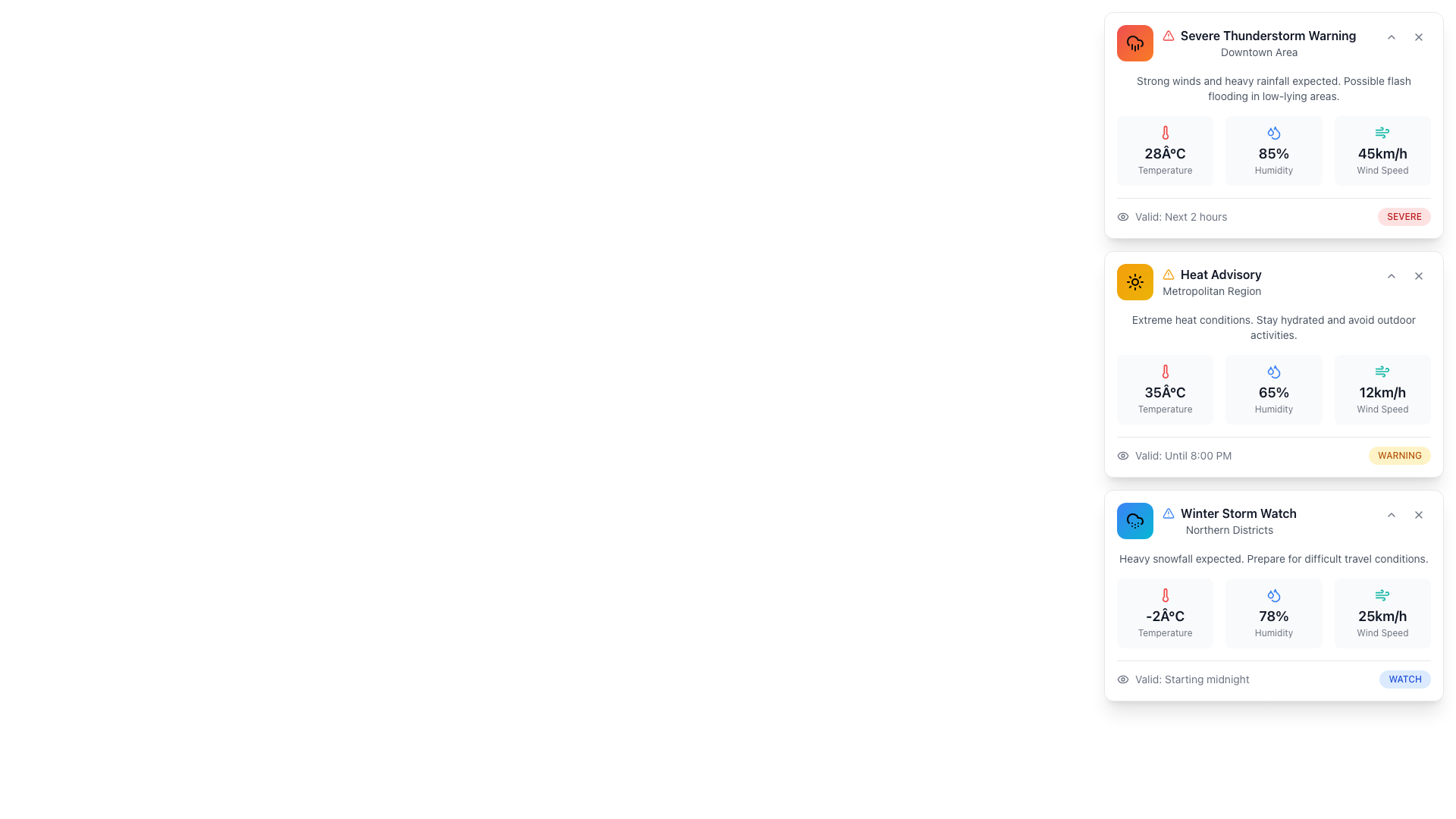  What do you see at coordinates (1418, 275) in the screenshot?
I see `the close button located at the top-right corner of the 'Heat Advisory' notification card` at bounding box center [1418, 275].